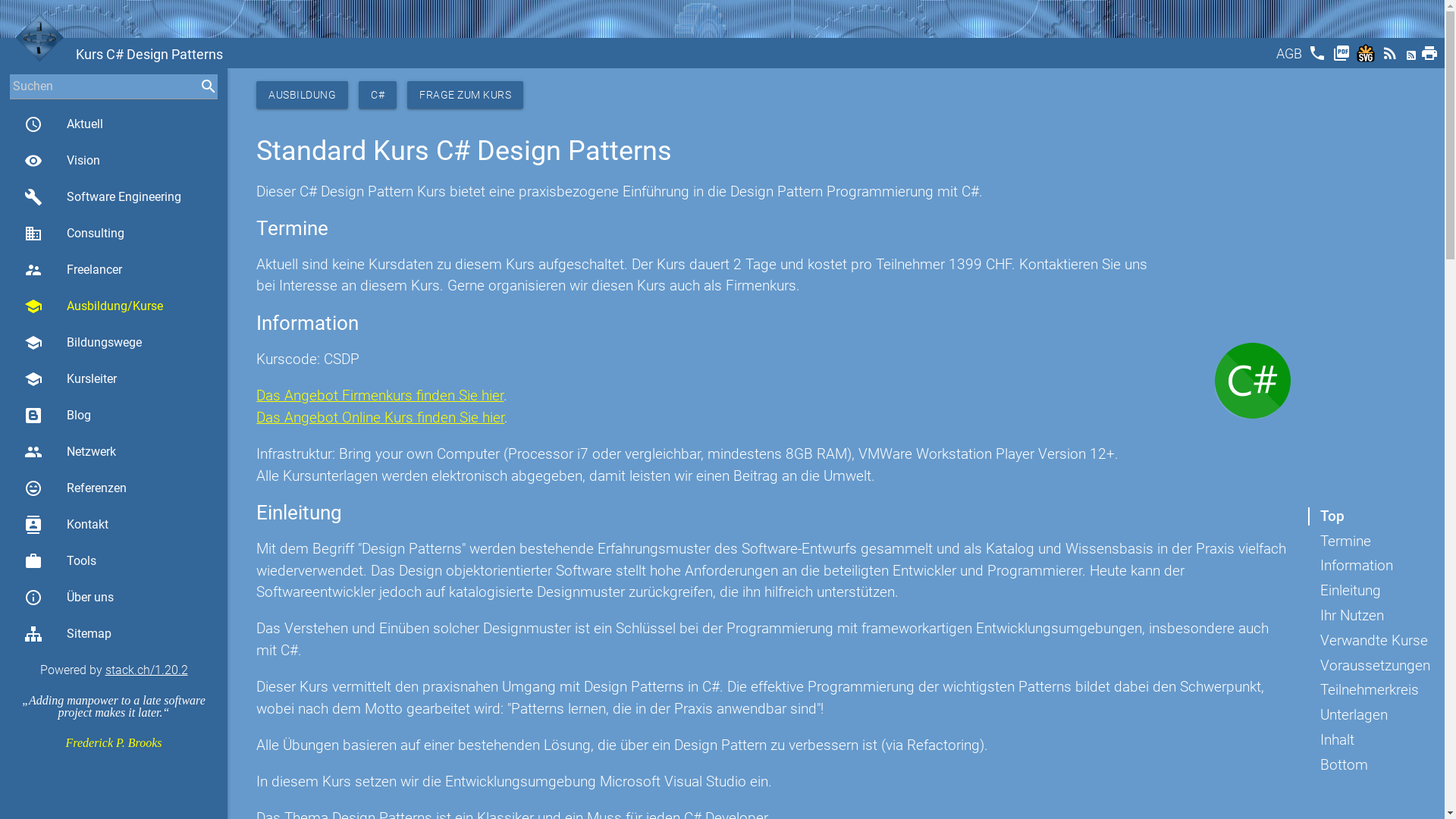  I want to click on 'Bottom', so click(1338, 765).